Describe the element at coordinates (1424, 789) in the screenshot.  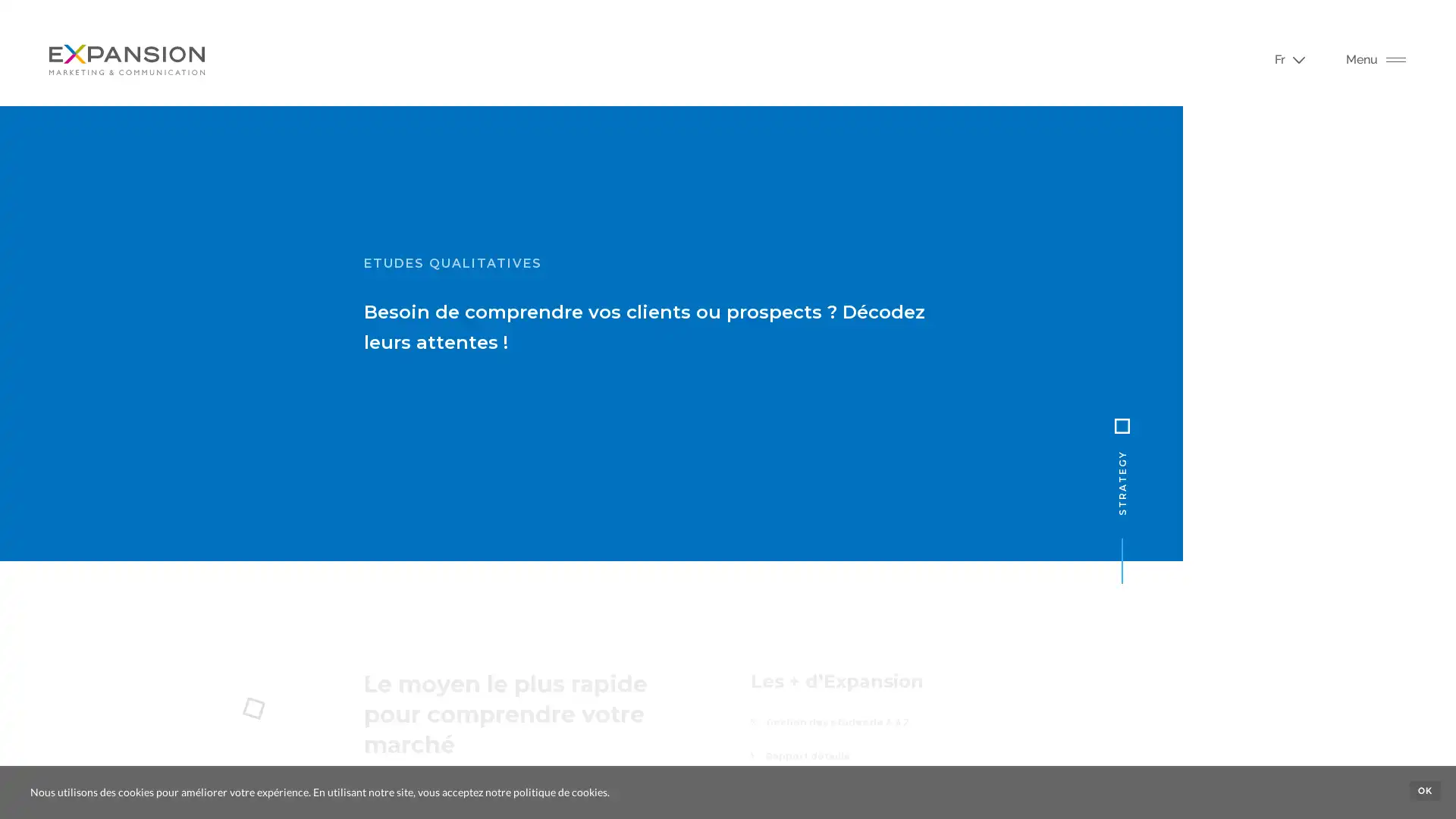
I see `OK` at that location.